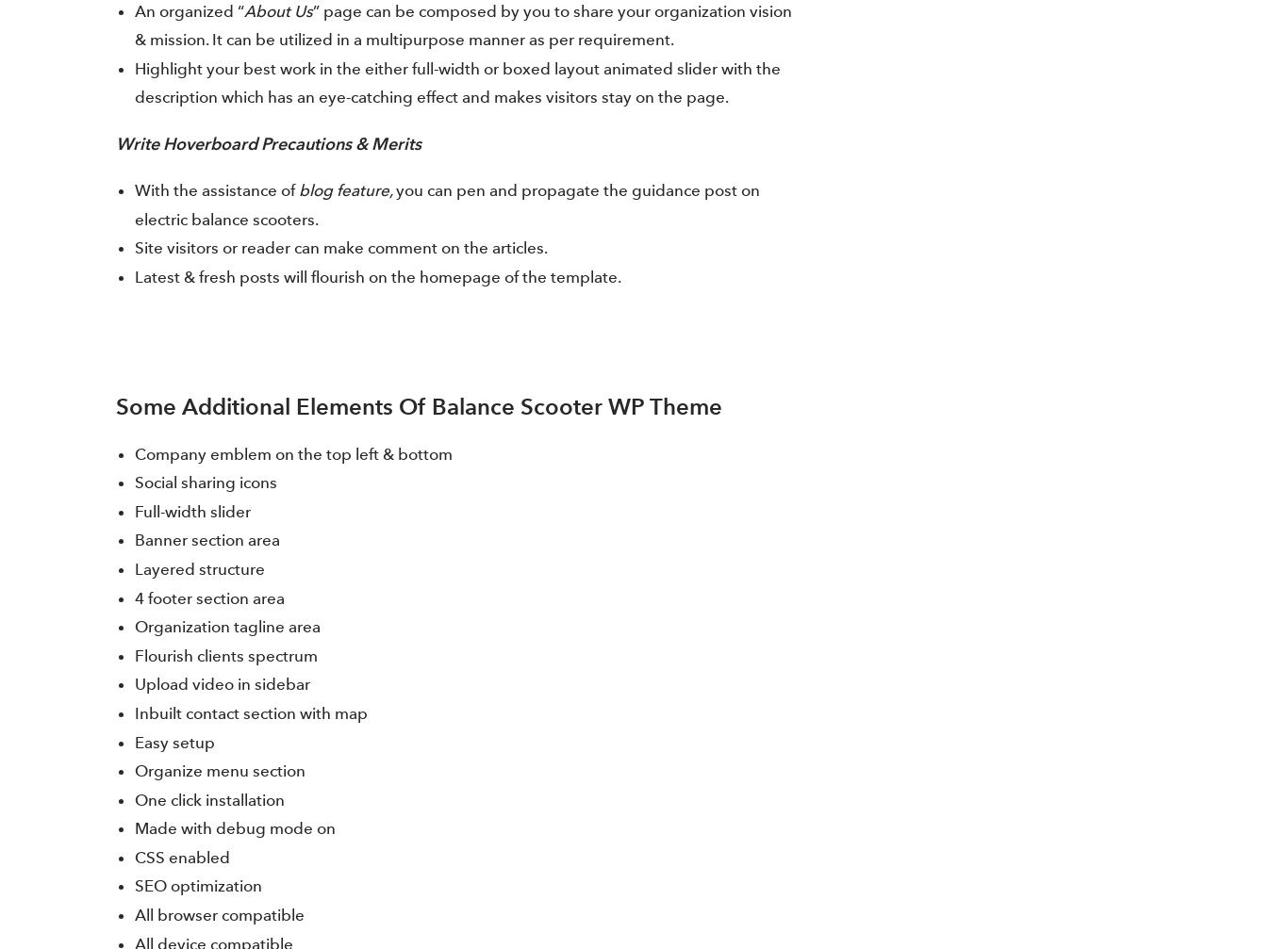 The image size is (1288, 949). I want to click on 'Flourish clients spectrum', so click(226, 654).